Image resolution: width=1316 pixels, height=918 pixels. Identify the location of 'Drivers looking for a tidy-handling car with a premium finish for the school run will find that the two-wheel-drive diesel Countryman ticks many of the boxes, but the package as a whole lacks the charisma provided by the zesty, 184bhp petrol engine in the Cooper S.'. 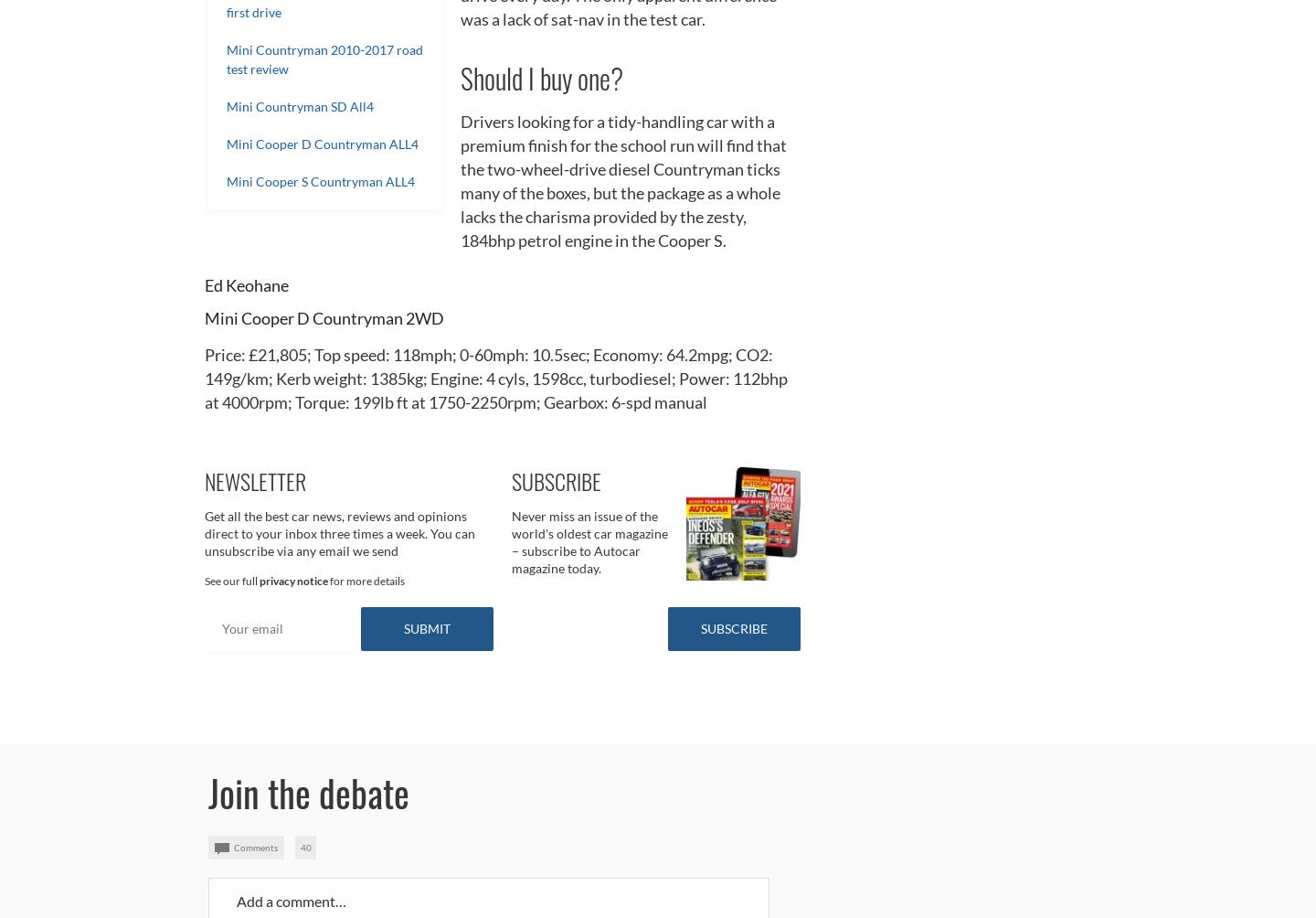
(623, 179).